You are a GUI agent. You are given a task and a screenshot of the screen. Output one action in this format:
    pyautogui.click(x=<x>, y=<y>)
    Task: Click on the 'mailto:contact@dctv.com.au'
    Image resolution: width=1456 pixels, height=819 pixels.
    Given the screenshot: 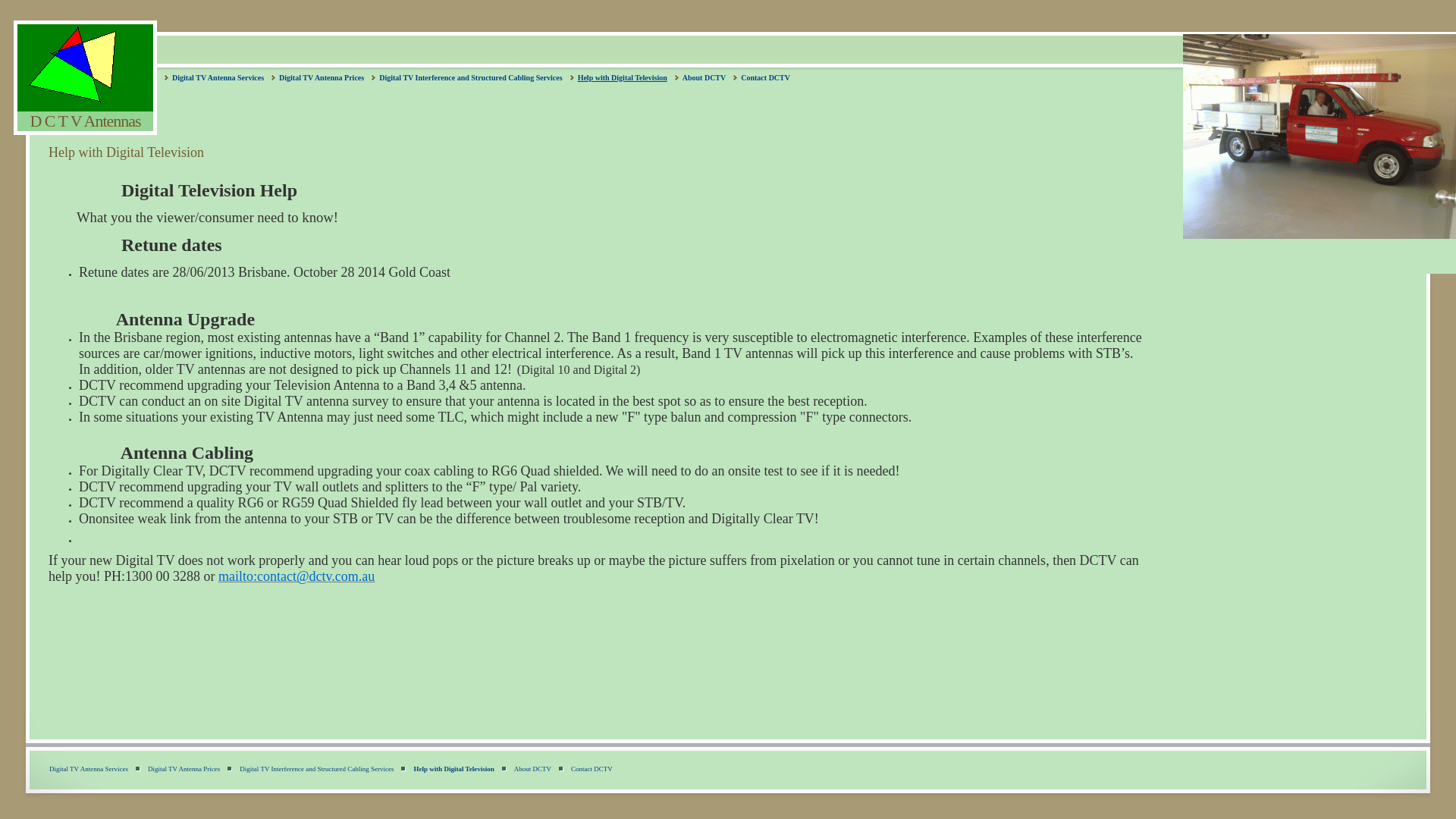 What is the action you would take?
    pyautogui.click(x=218, y=578)
    